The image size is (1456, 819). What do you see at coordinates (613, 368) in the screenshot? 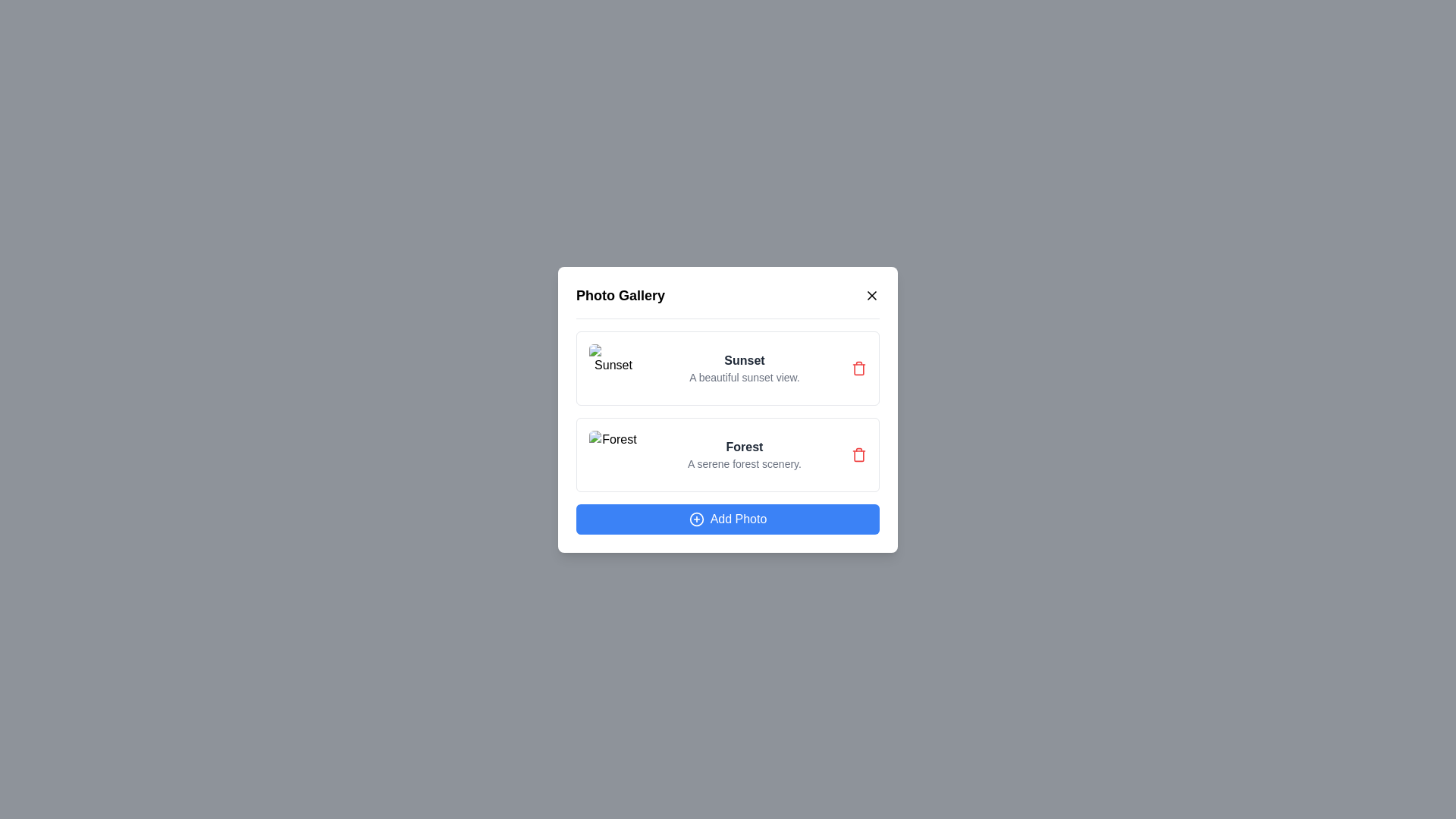
I see `the placeholder image representing a missing or unrendered image with the alt text 'Sunset'` at bounding box center [613, 368].